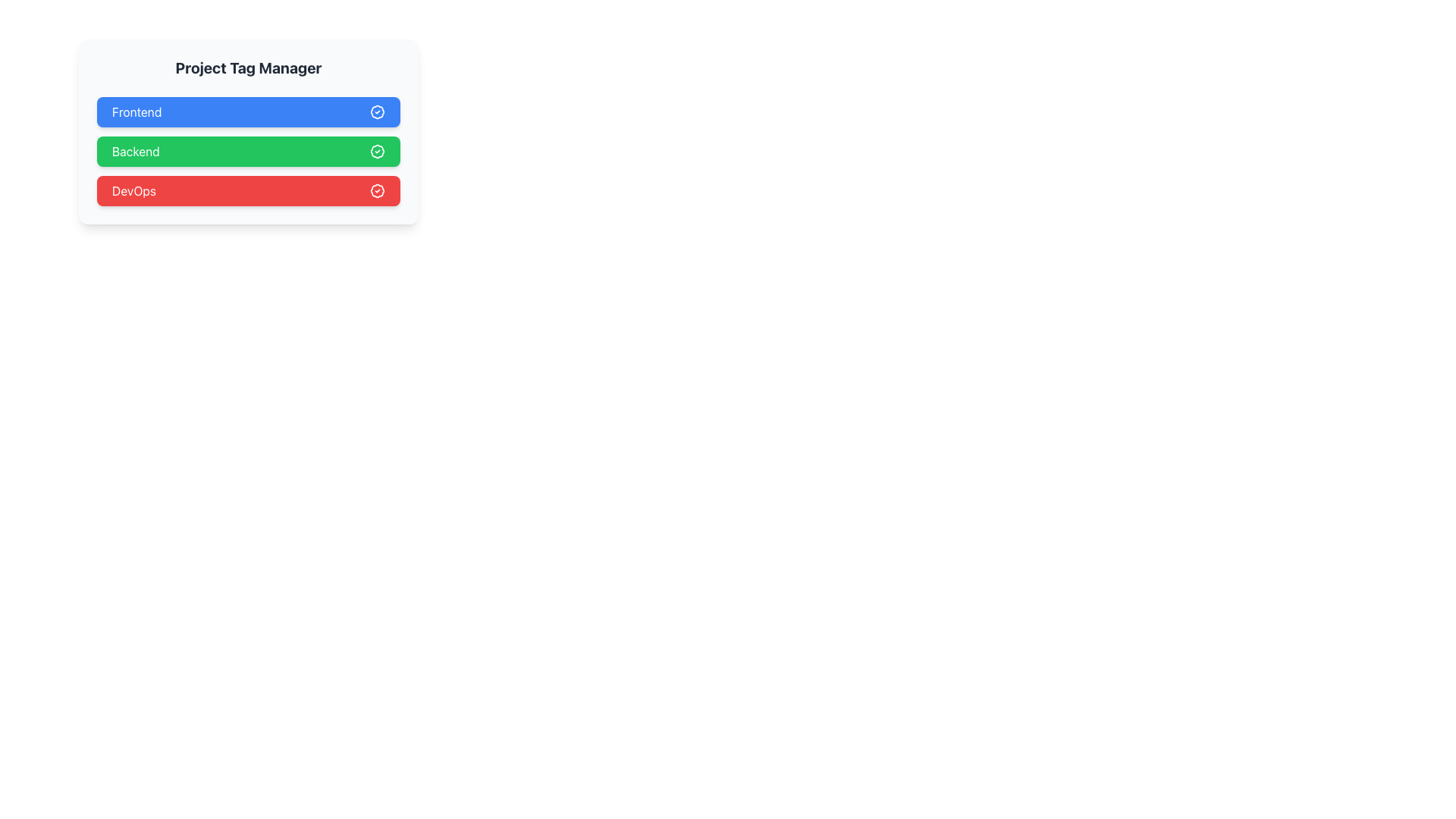 The height and width of the screenshot is (819, 1456). Describe the element at coordinates (248, 111) in the screenshot. I see `the rectangular button labeled 'Frontend' with a blue background and a check mark icon located under the 'Project Tag Manager' title` at that location.